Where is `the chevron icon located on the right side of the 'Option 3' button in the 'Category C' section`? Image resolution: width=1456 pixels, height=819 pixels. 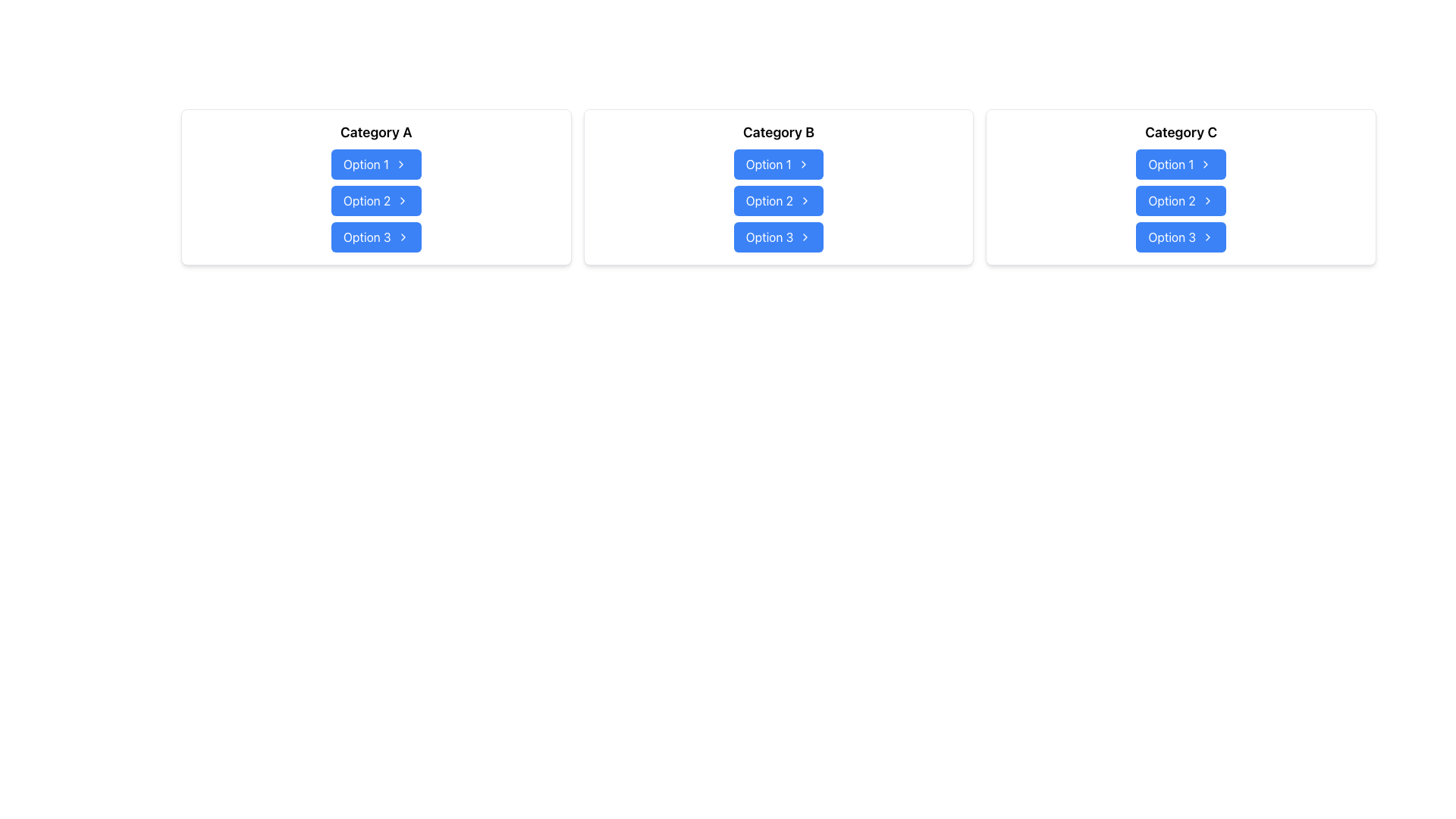
the chevron icon located on the right side of the 'Option 3' button in the 'Category C' section is located at coordinates (1207, 237).